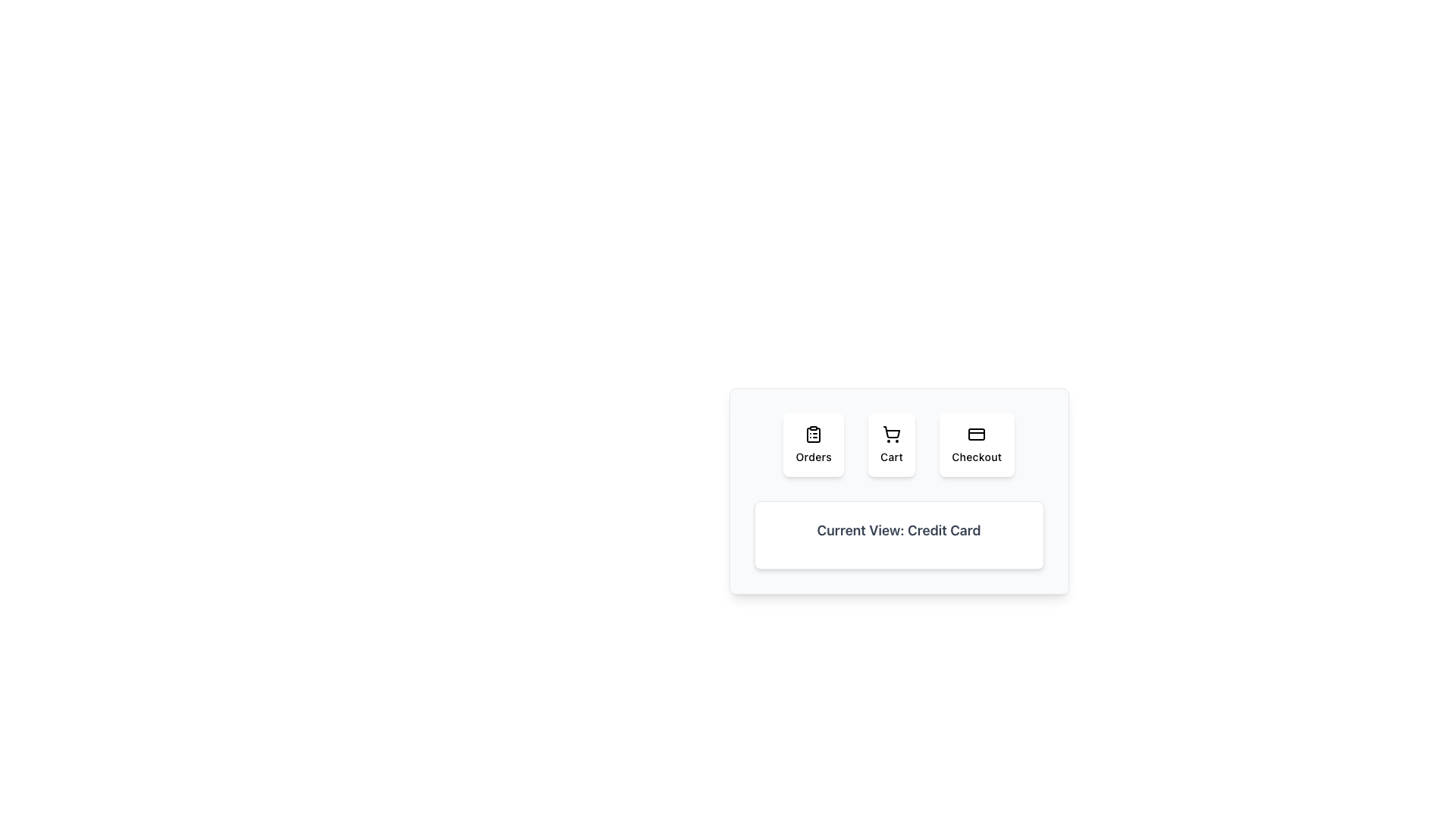 This screenshot has height=819, width=1456. I want to click on the Cart button located between the Orders and Checkout blocks, so click(892, 444).